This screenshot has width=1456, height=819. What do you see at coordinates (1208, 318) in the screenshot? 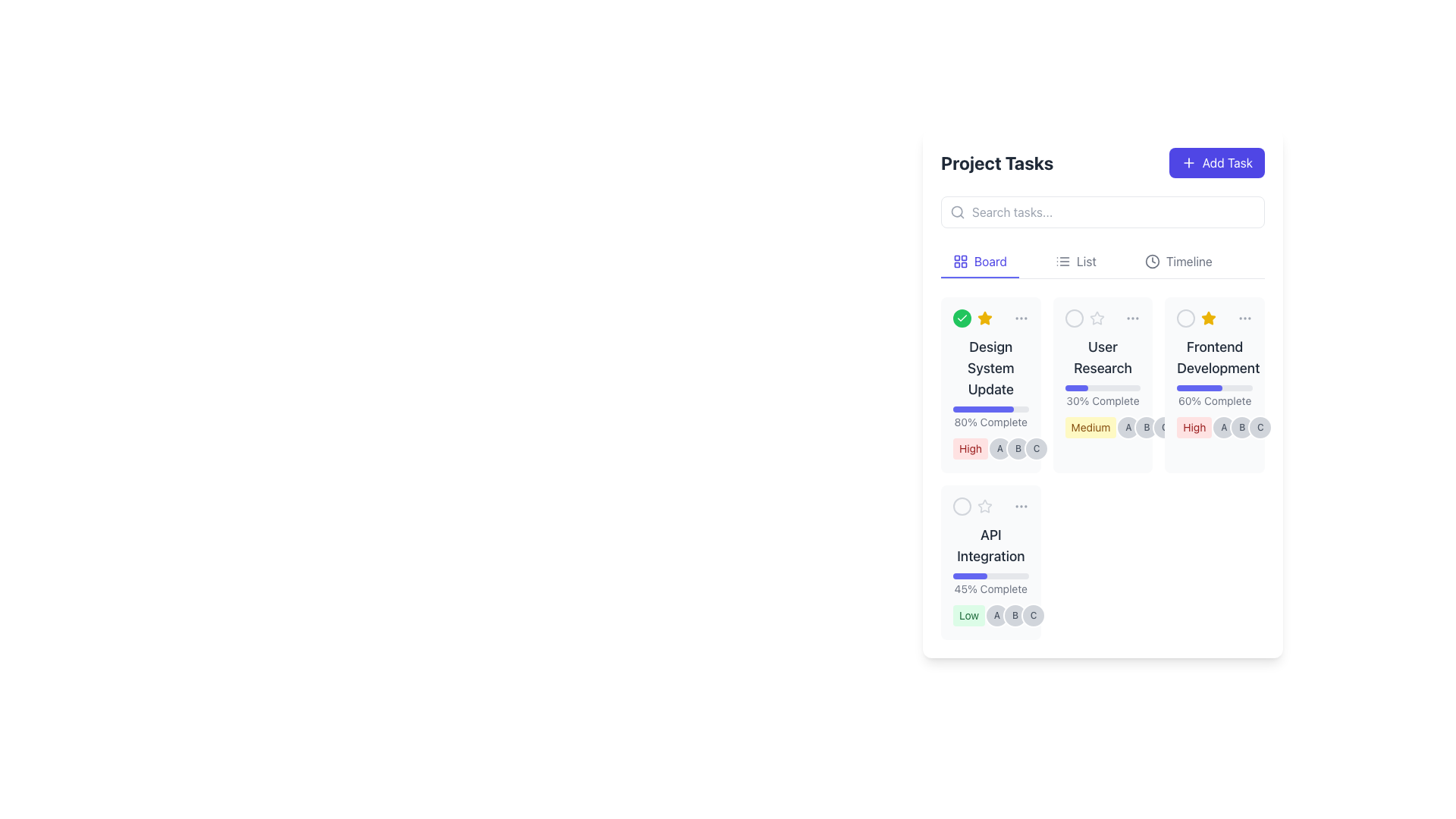
I see `the star icon indicating a marked status for the 'Design System Update' task card located at the top left corner of the project task board` at bounding box center [1208, 318].